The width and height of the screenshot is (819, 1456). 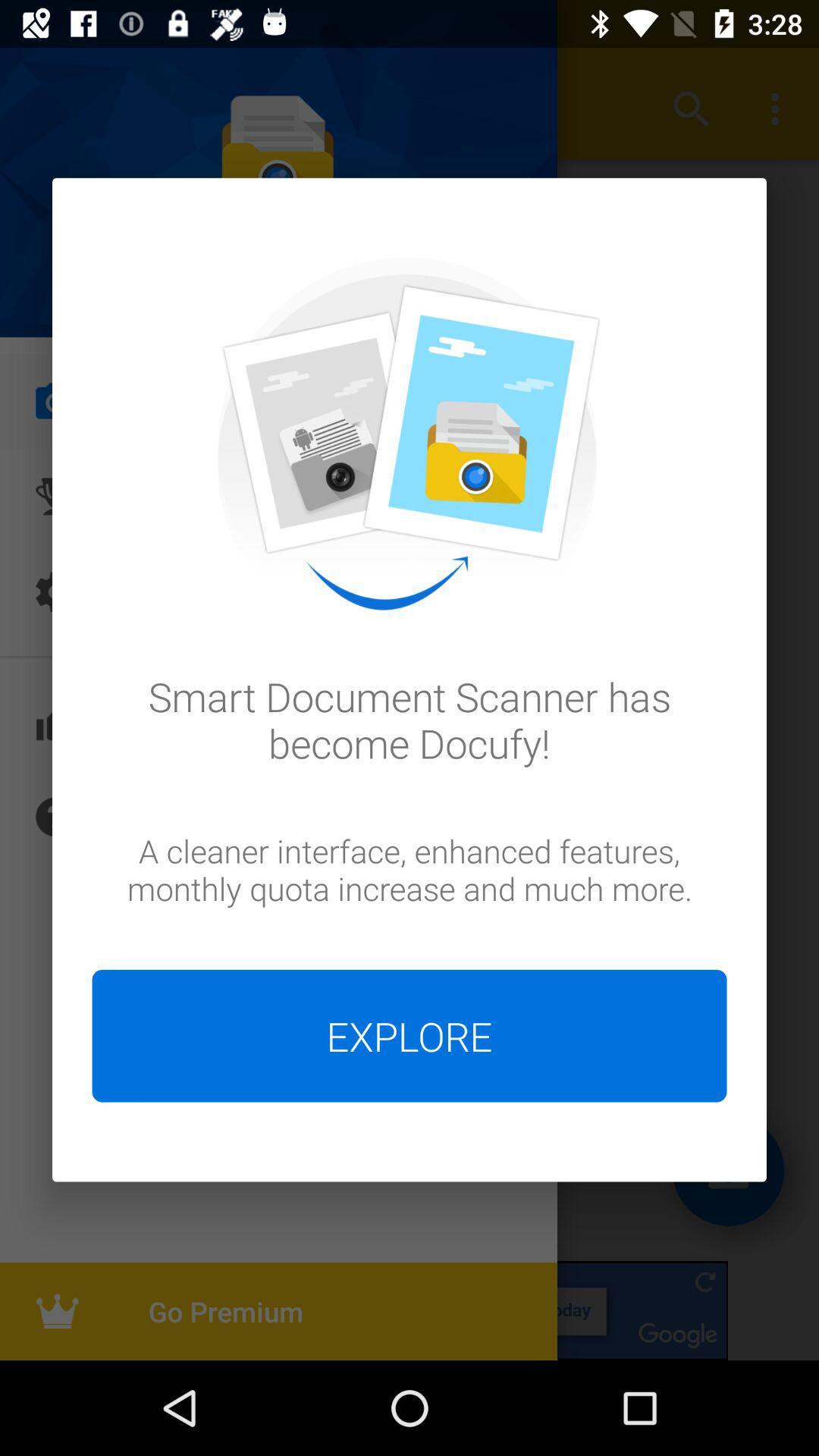 What do you see at coordinates (409, 1035) in the screenshot?
I see `explore icon` at bounding box center [409, 1035].